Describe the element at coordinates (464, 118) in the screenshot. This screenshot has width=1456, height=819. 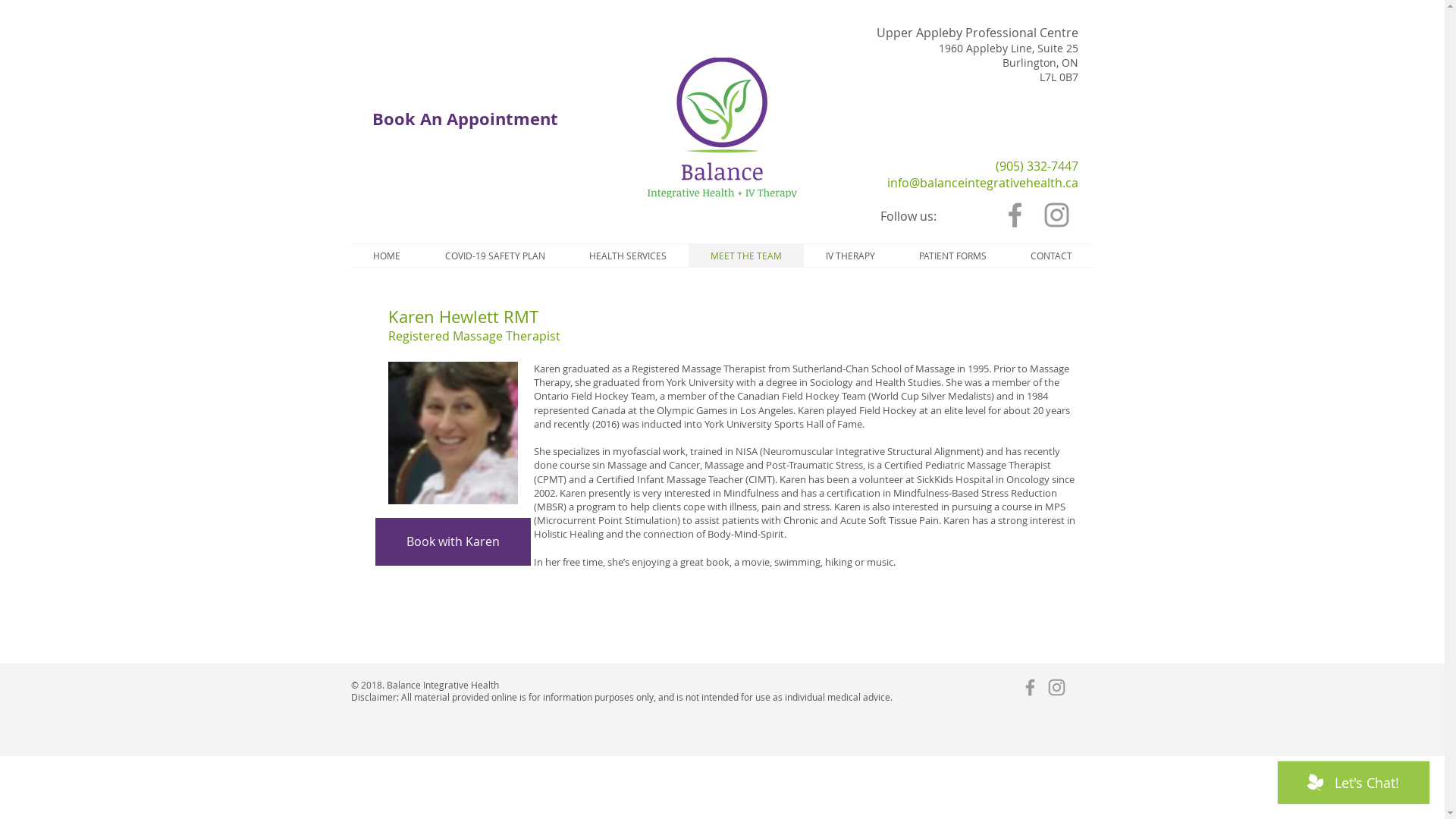
I see `'Book An Appointment'` at that location.